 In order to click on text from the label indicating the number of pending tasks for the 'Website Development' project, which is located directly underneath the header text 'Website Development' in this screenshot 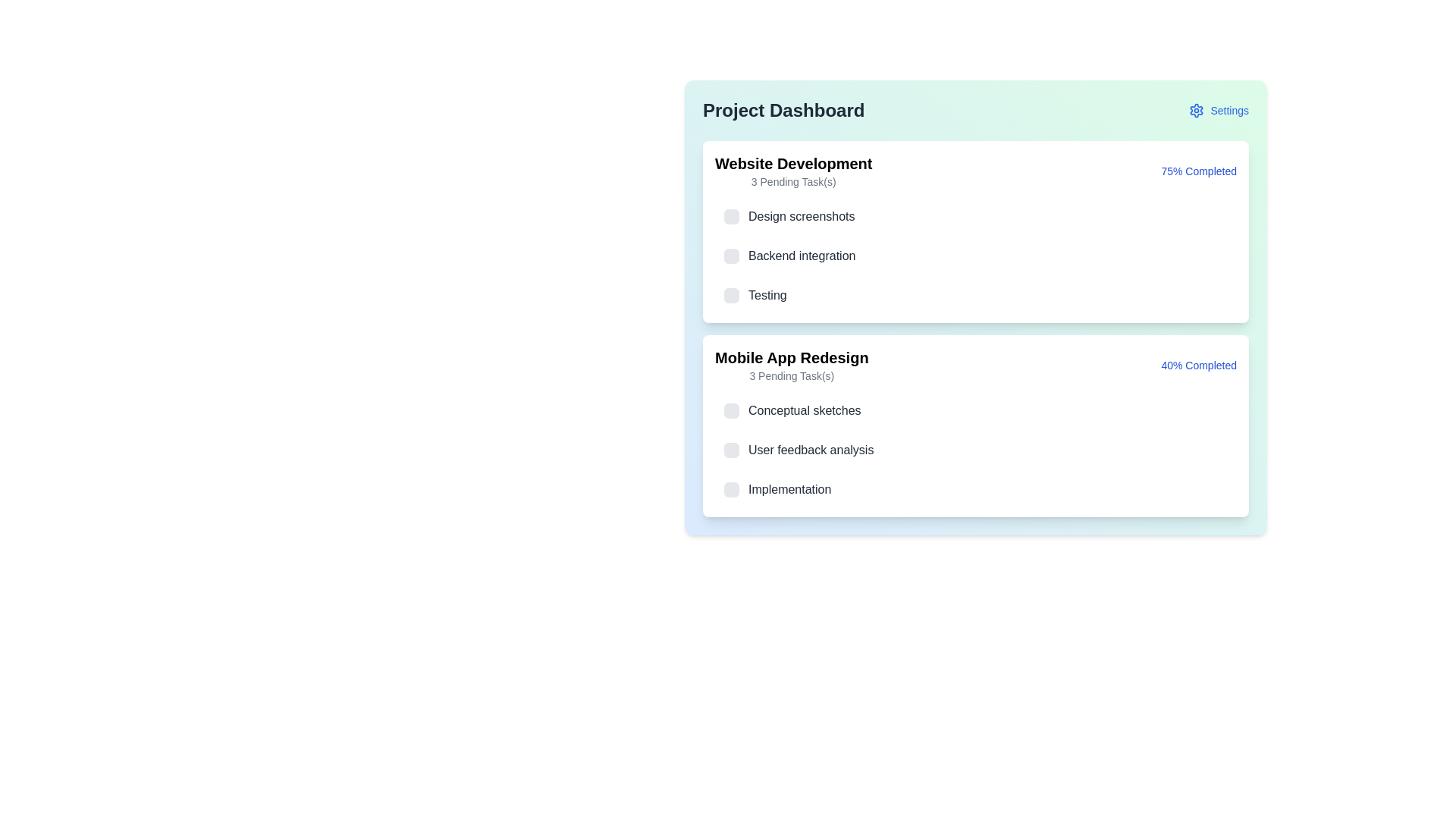, I will do `click(792, 180)`.